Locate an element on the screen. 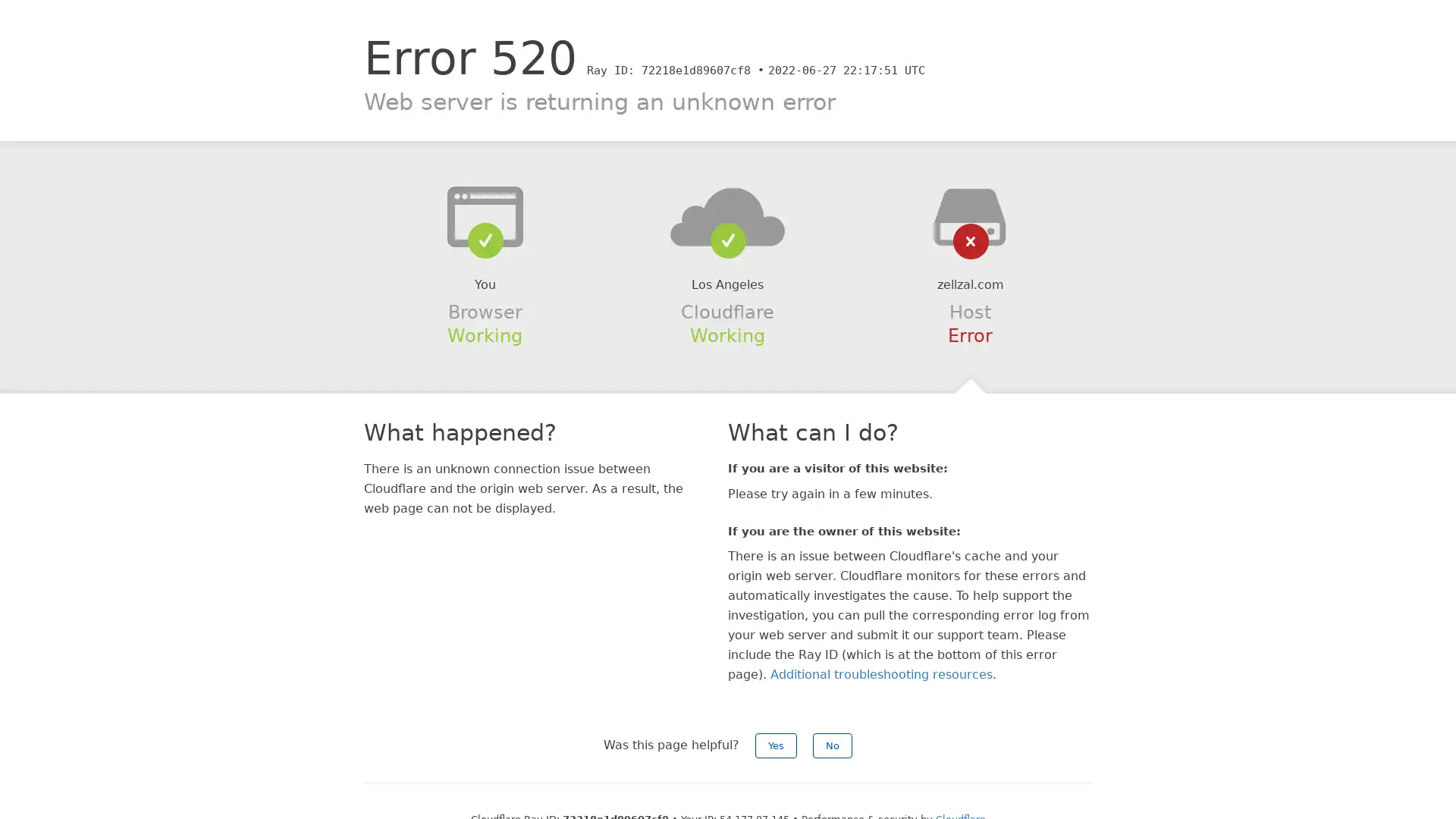 The height and width of the screenshot is (819, 1456). Yes is located at coordinates (776, 745).